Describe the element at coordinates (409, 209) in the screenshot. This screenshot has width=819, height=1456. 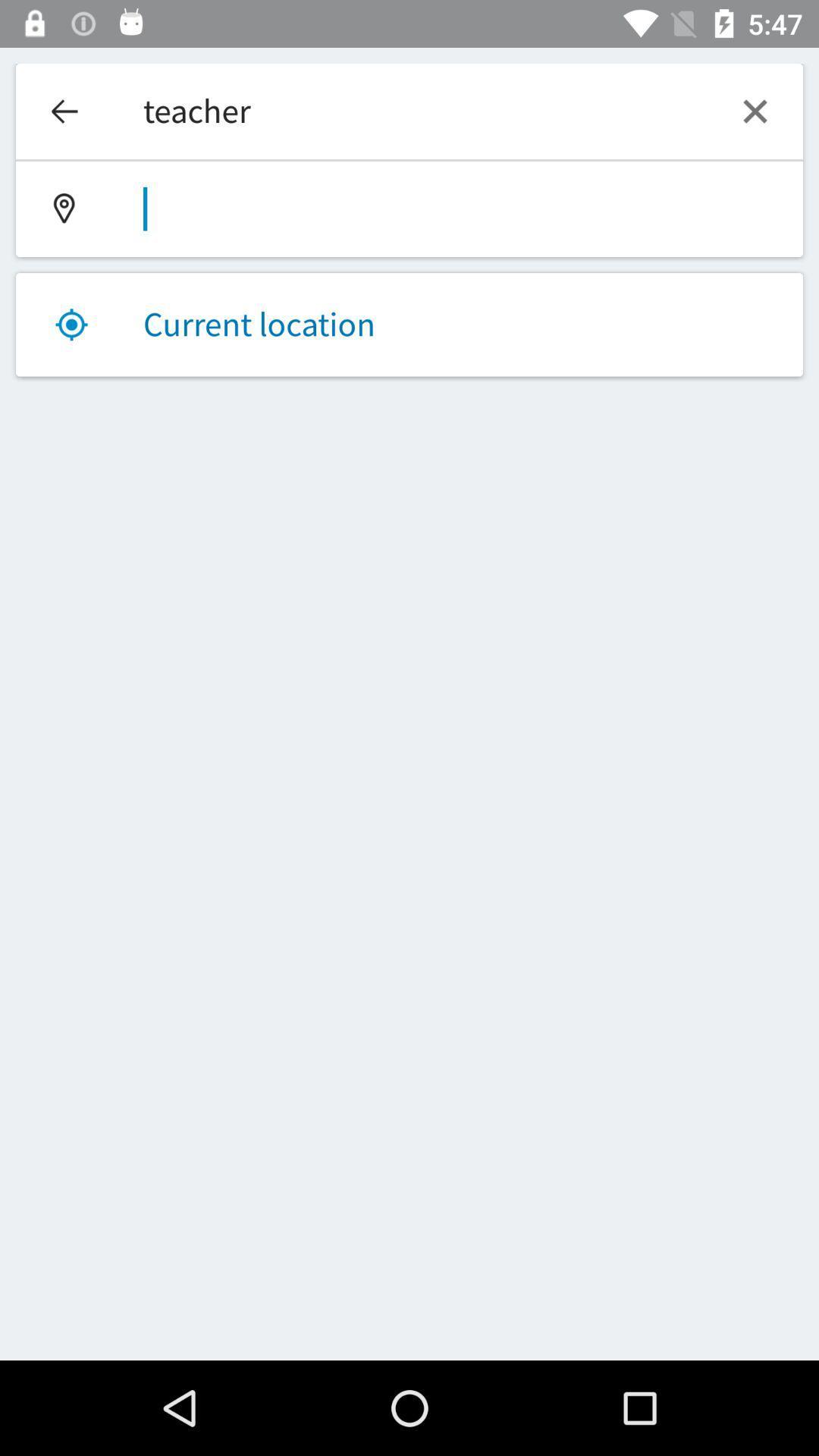
I see `the icon above the current location icon` at that location.